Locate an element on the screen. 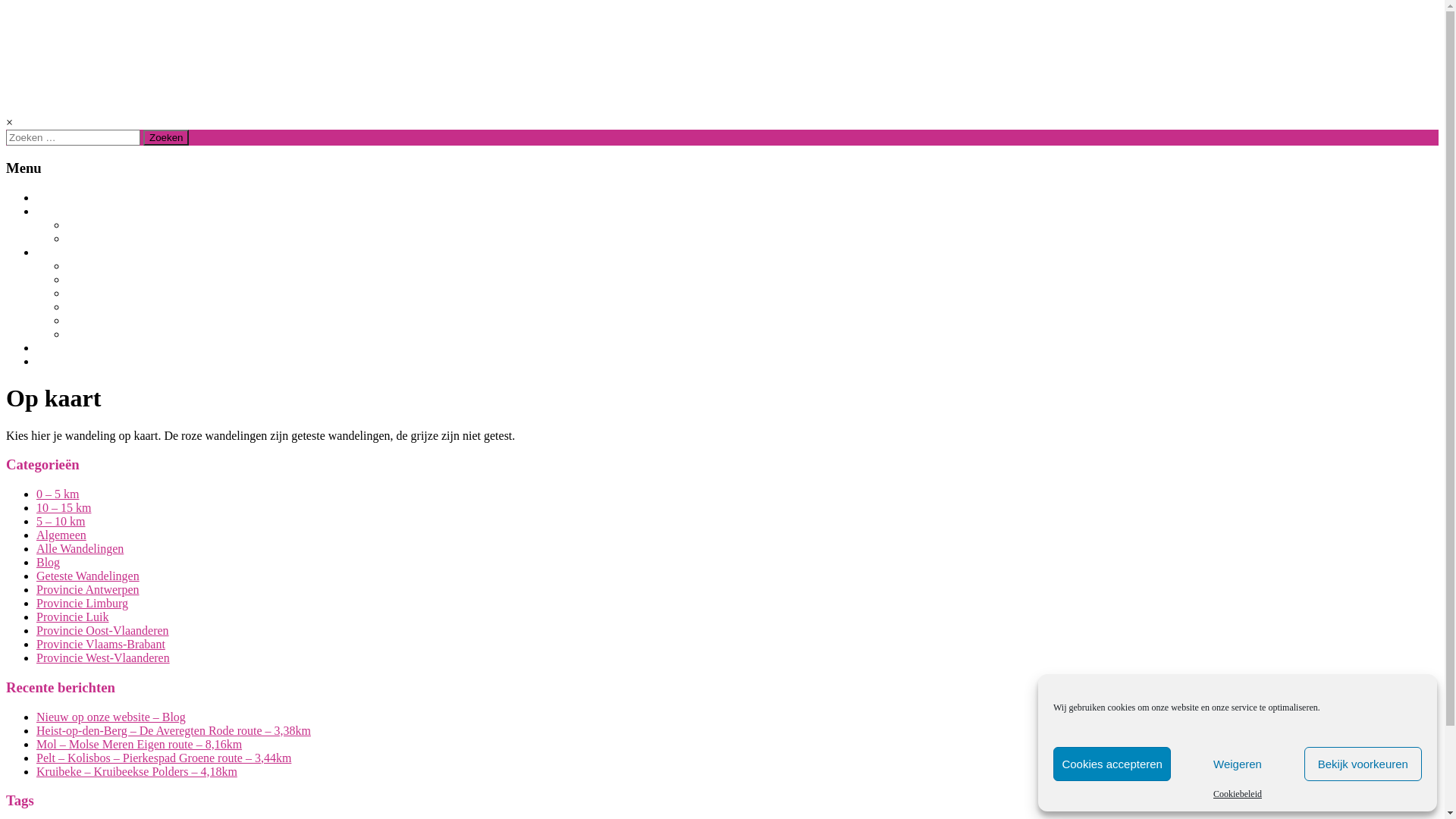 The height and width of the screenshot is (819, 1456). 'Cookiebeleid' is located at coordinates (1238, 793).